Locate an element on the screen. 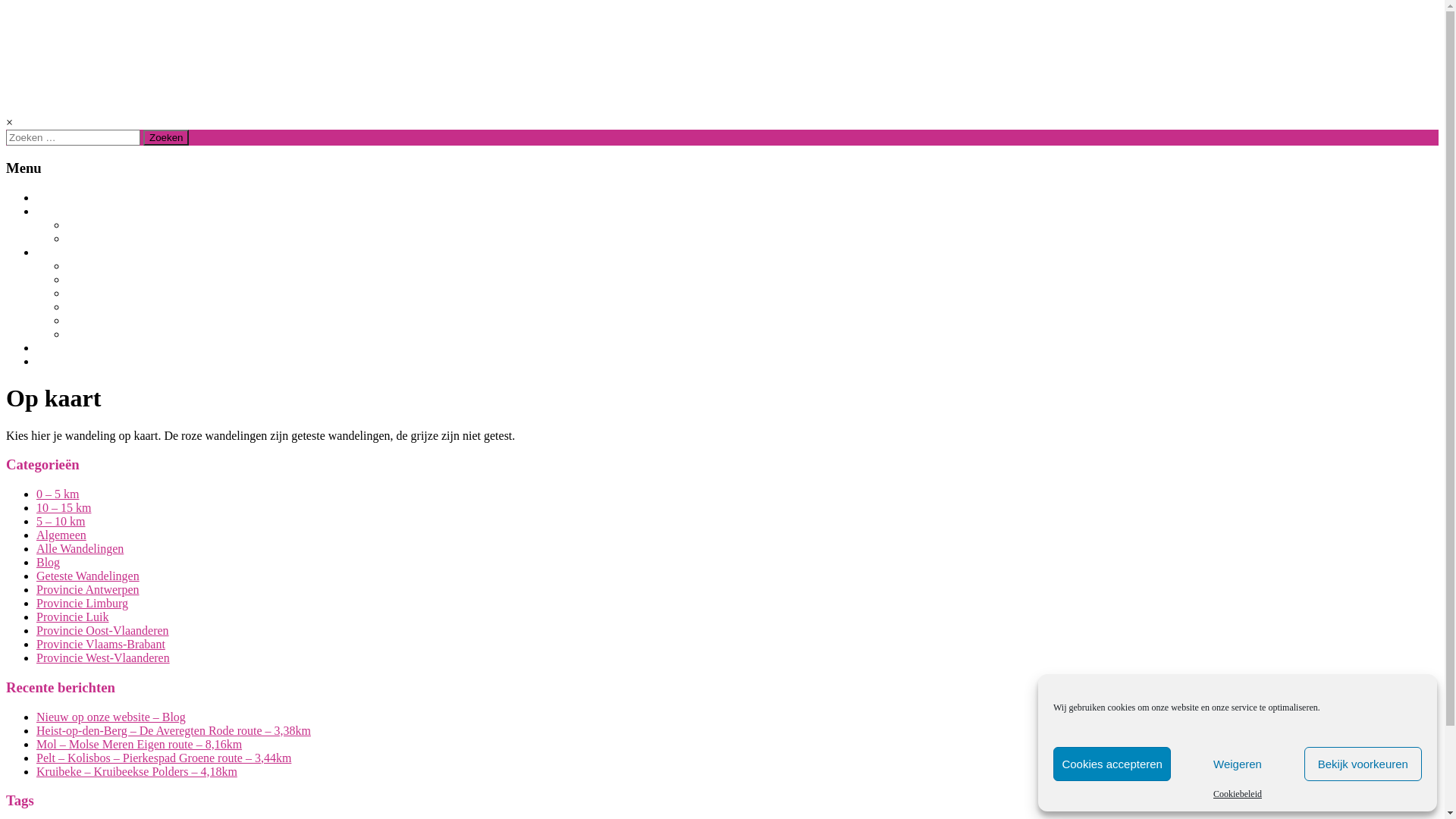 The height and width of the screenshot is (819, 1456). 'Cookiebeleid' is located at coordinates (1238, 793).